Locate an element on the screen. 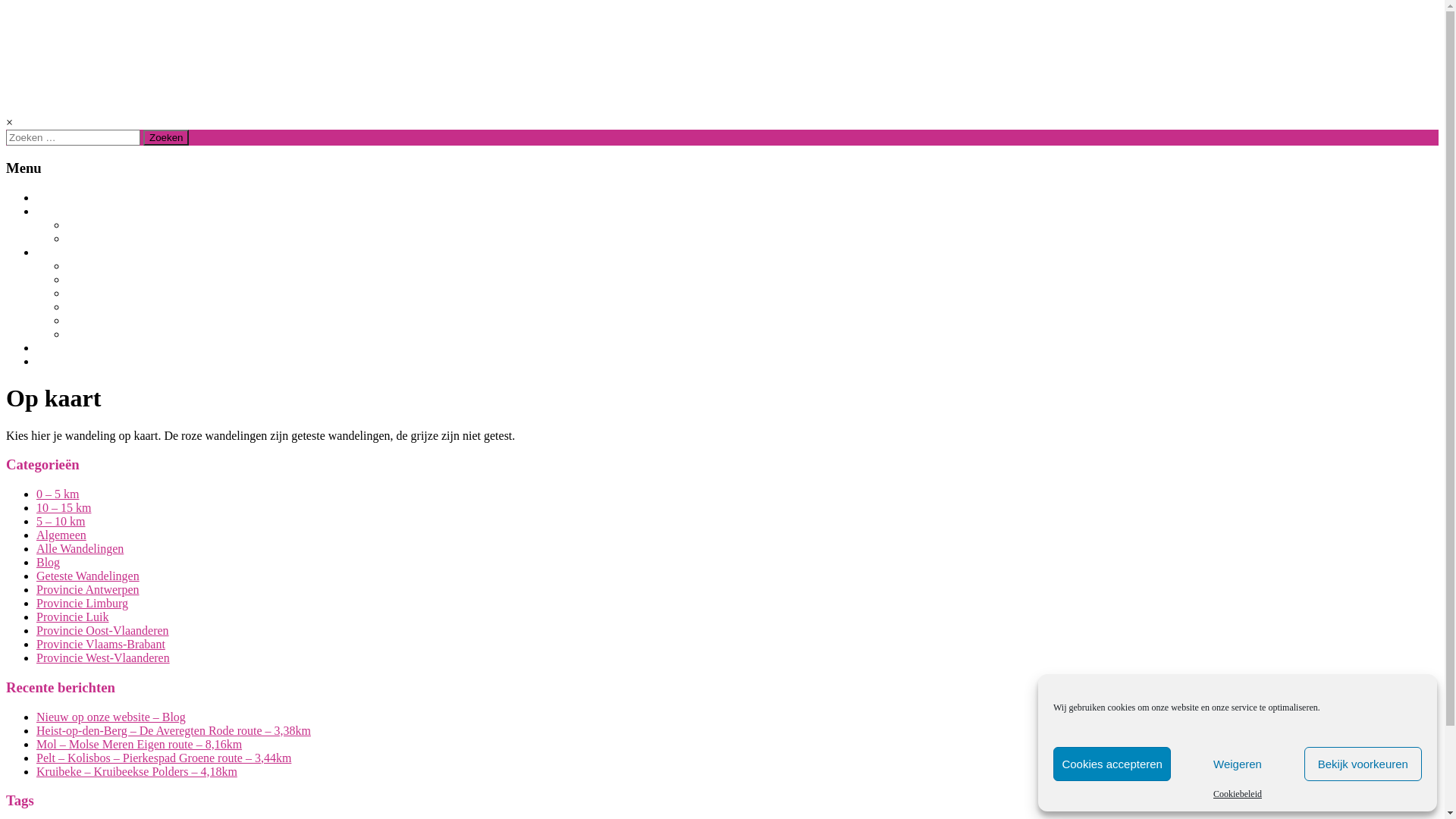 The height and width of the screenshot is (819, 1456). 'Cookiebeleid' is located at coordinates (1238, 793).